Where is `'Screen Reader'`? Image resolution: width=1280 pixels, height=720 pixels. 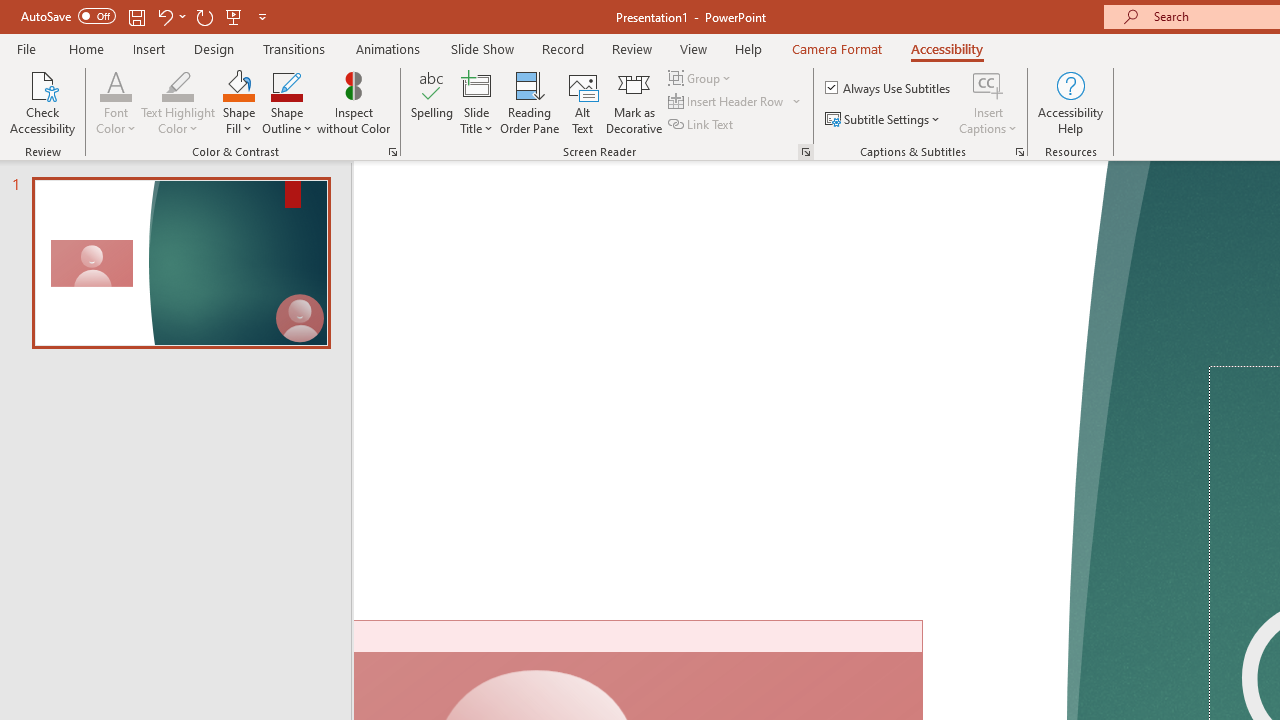
'Screen Reader' is located at coordinates (805, 150).